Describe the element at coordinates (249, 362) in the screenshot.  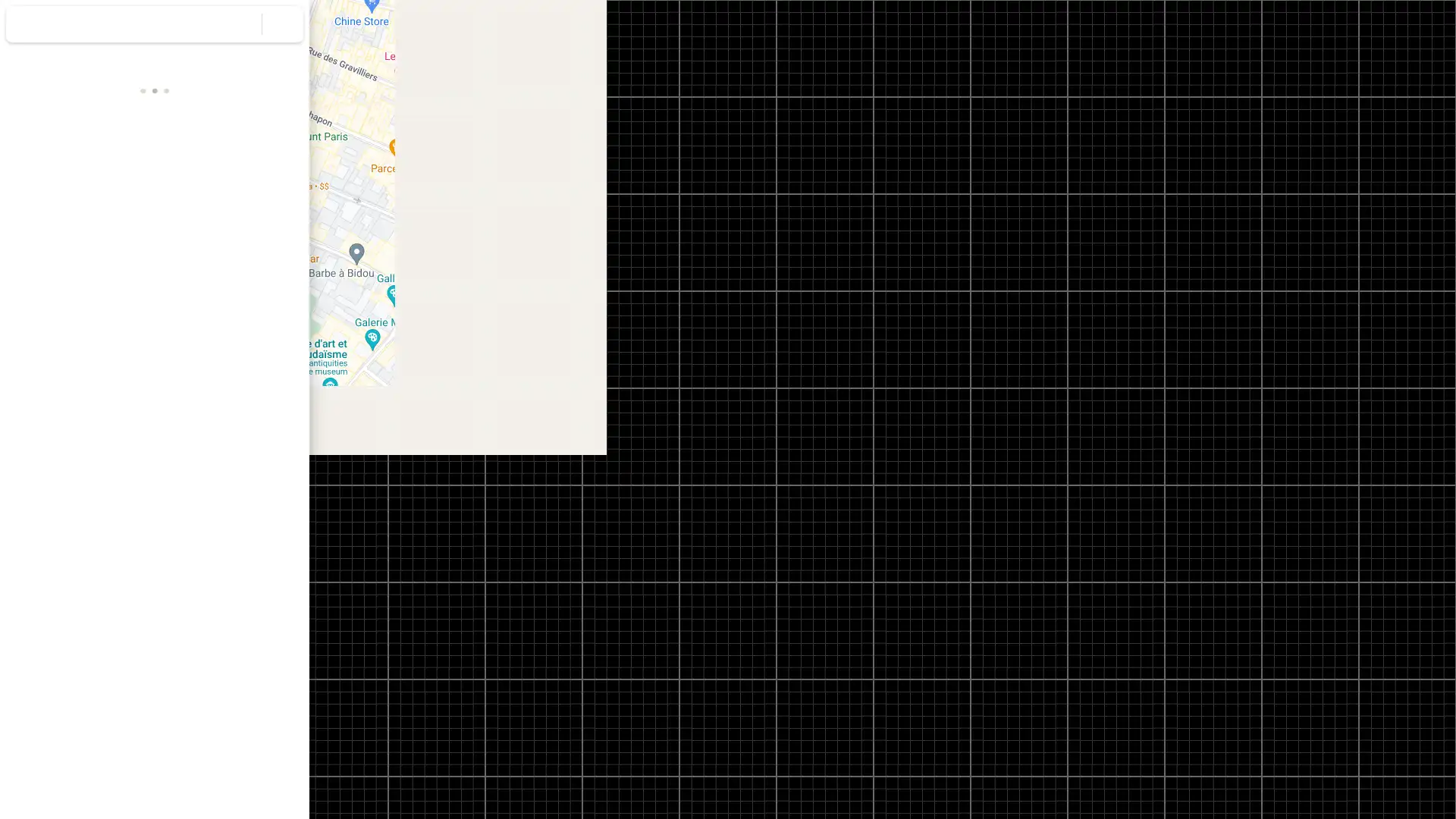
I see `Copy plus code` at that location.